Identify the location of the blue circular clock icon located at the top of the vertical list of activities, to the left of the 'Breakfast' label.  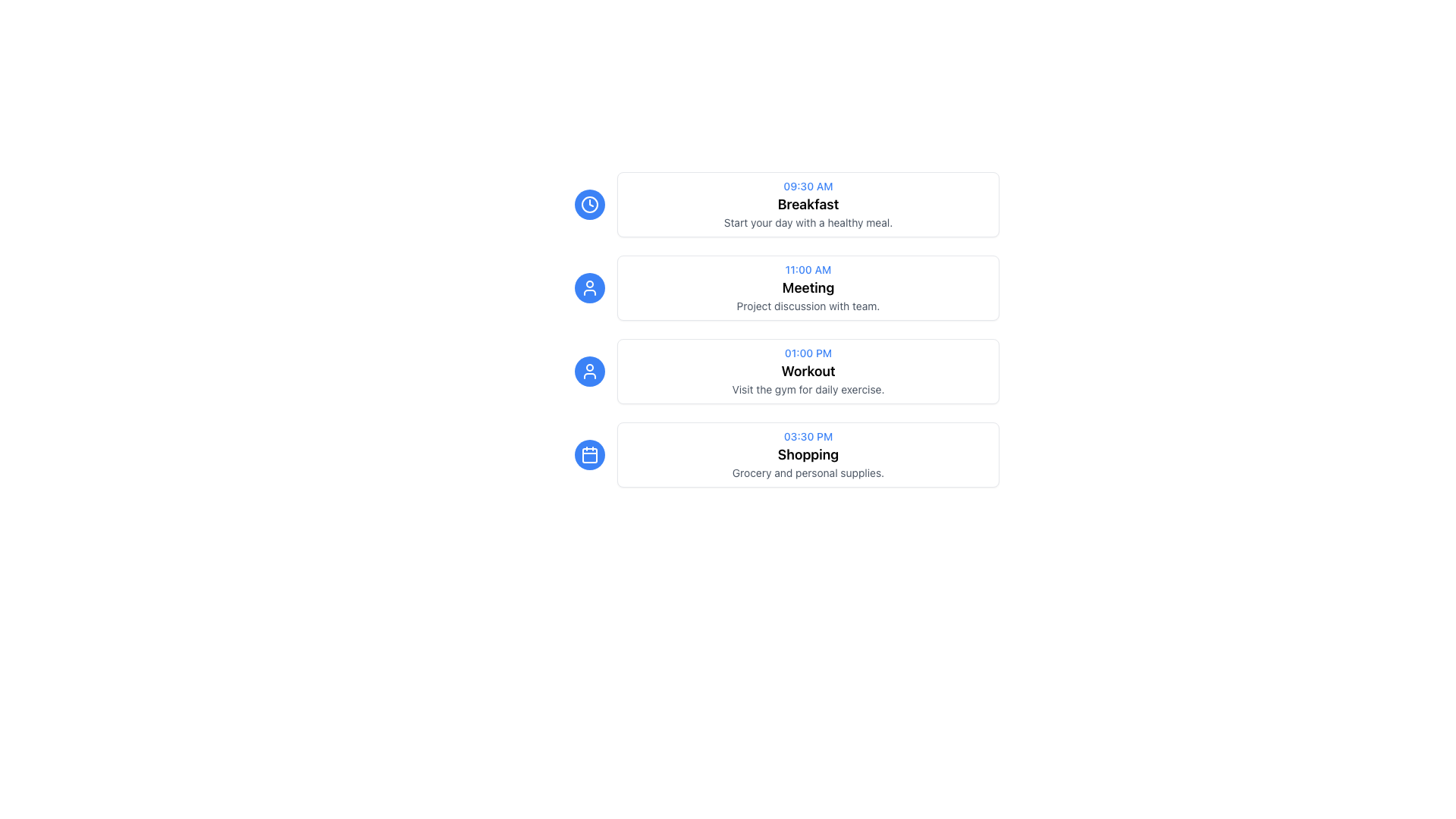
(588, 205).